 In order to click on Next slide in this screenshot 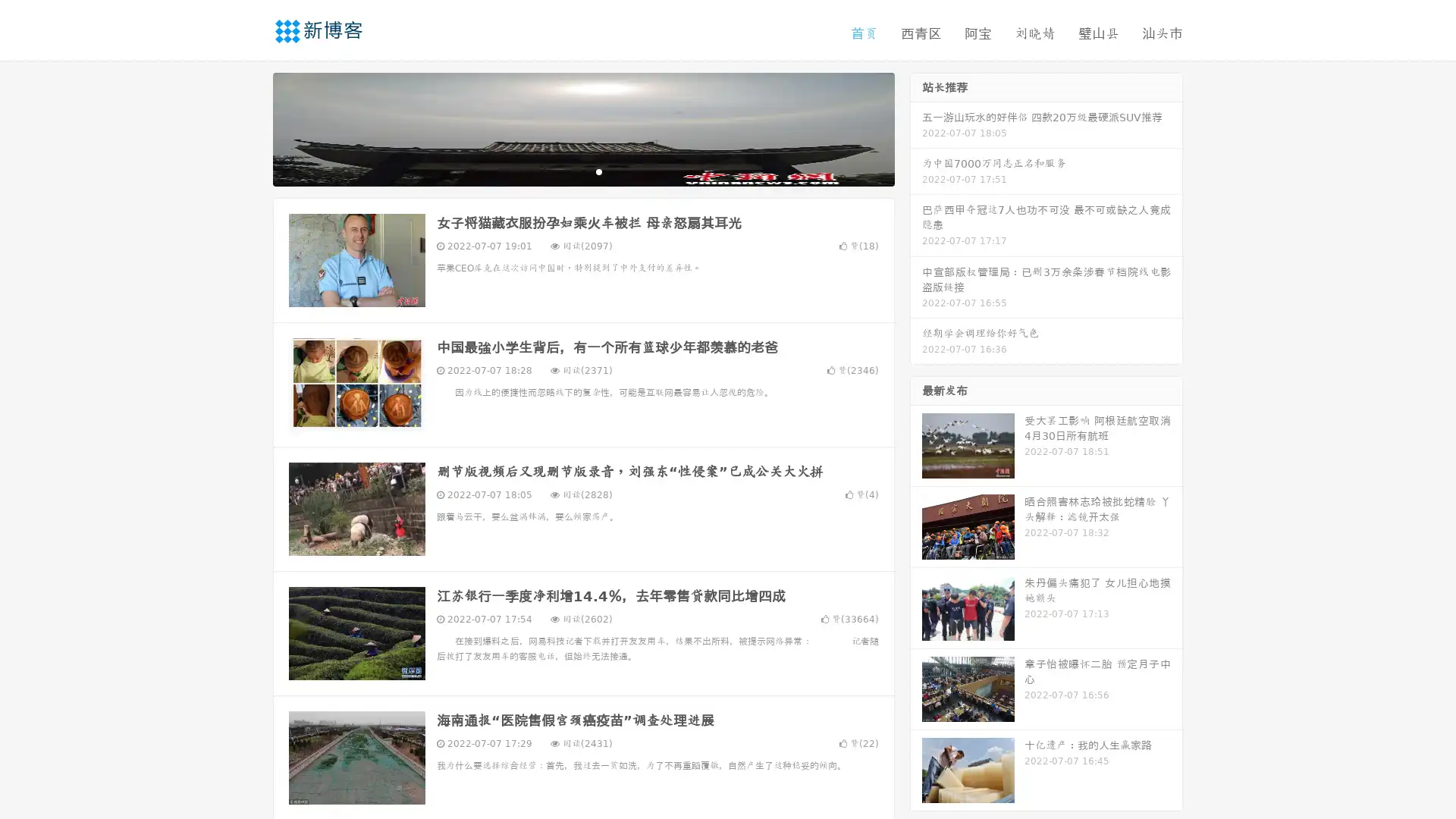, I will do `click(916, 127)`.